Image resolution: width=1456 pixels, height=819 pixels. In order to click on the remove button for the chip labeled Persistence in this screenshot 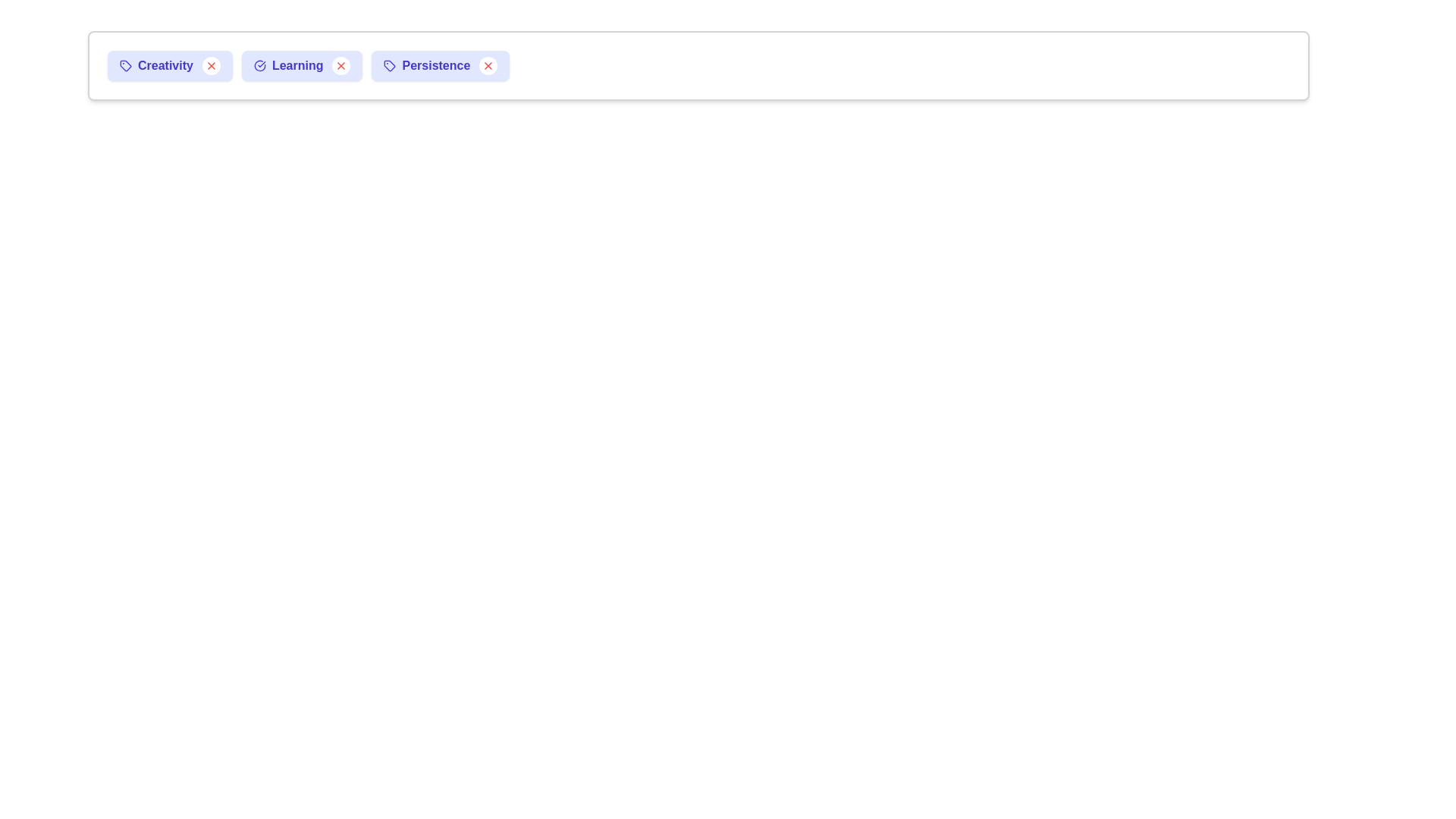, I will do `click(488, 65)`.